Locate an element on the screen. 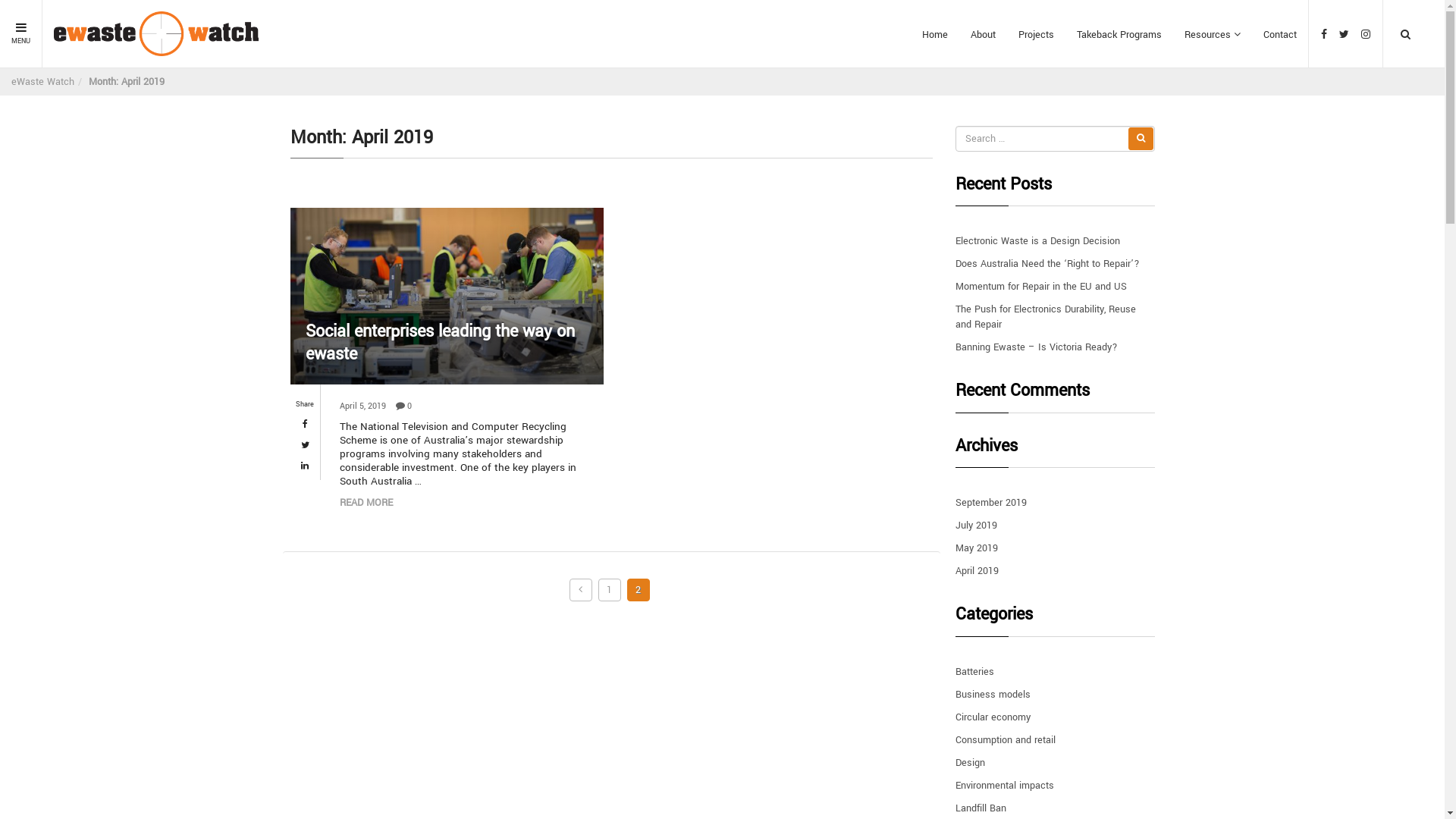 The width and height of the screenshot is (1456, 819). 'Takeback Programs' is located at coordinates (1119, 34).